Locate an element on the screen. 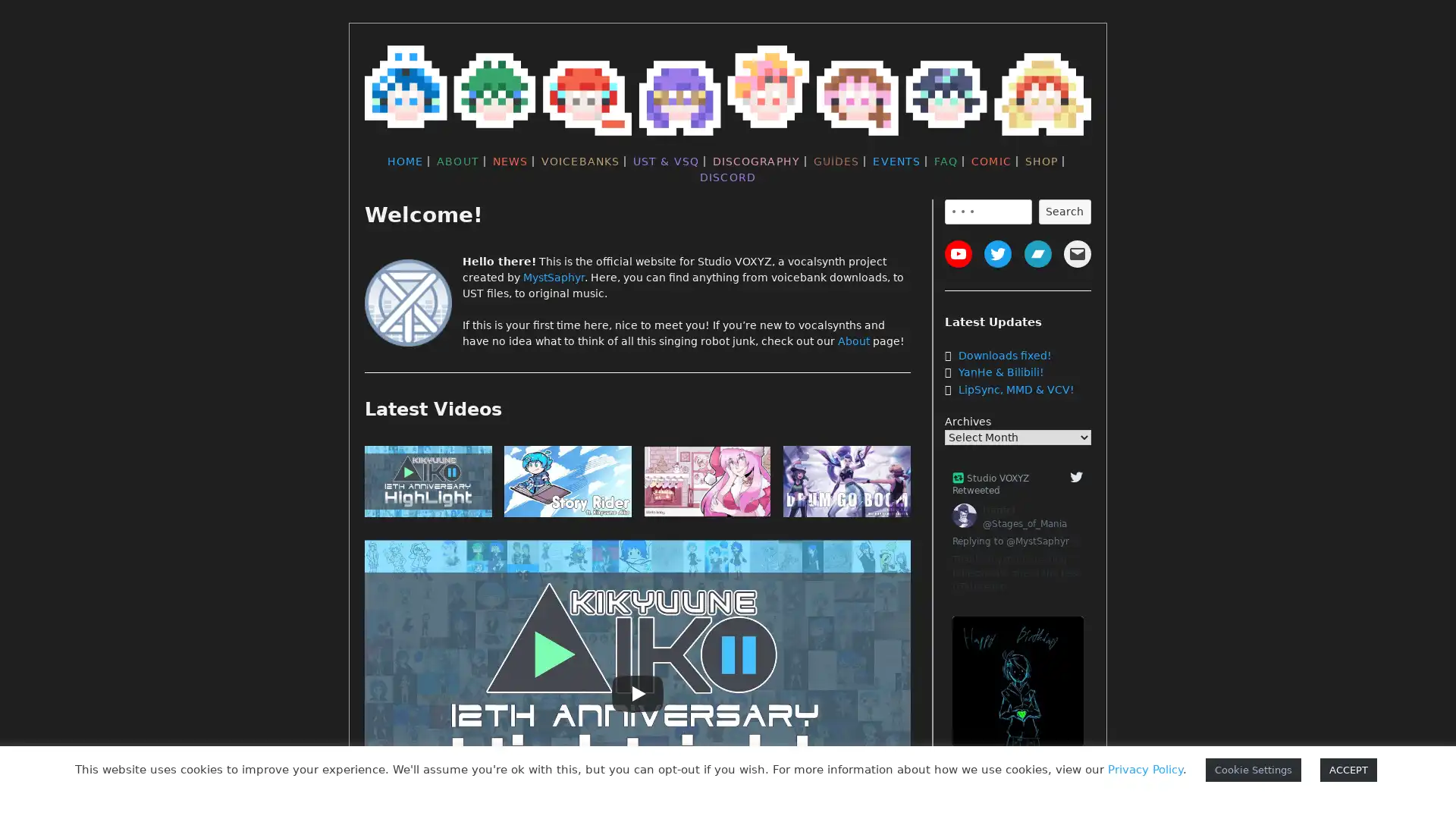  play is located at coordinates (428, 485).